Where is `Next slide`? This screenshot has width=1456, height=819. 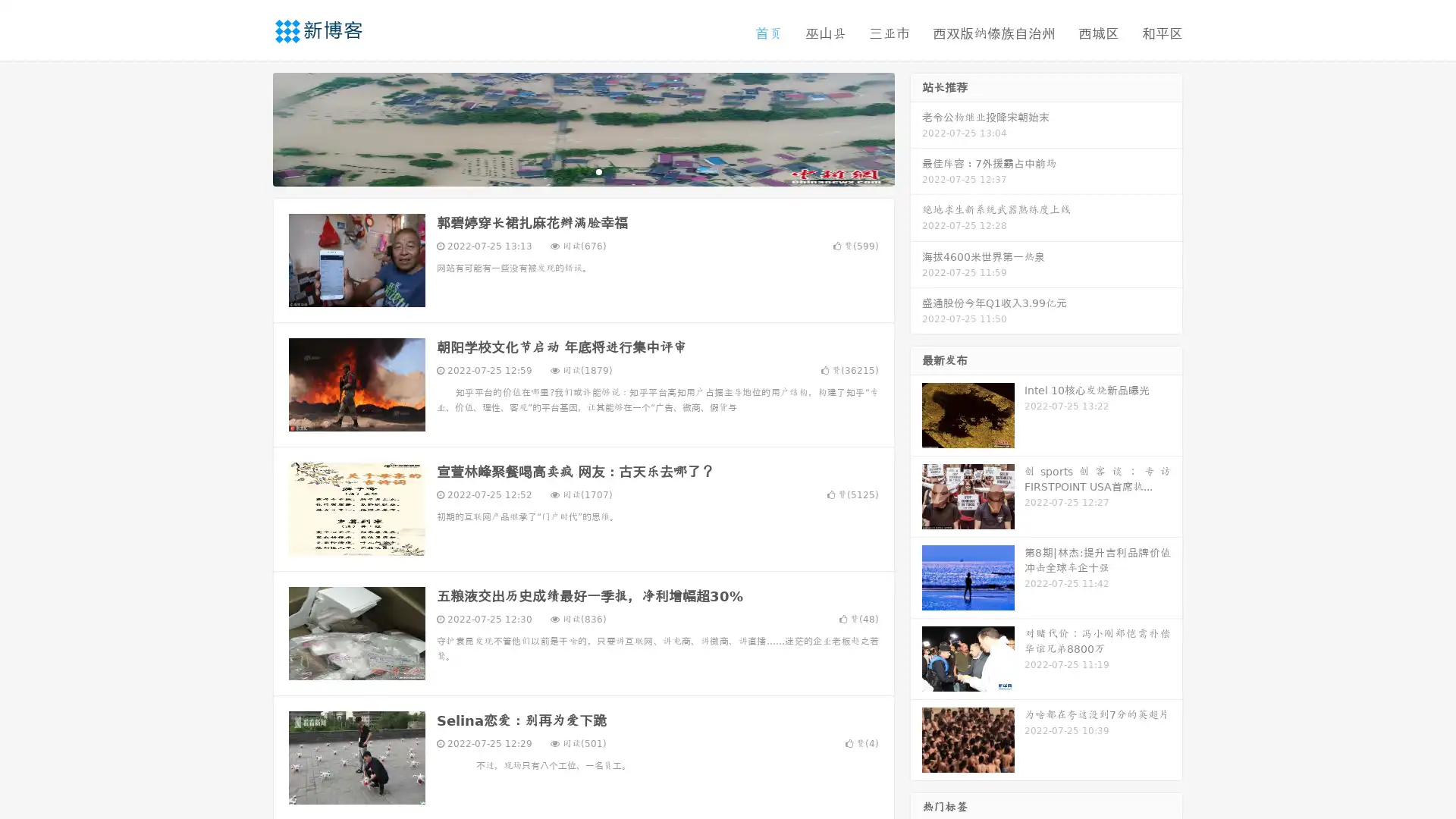
Next slide is located at coordinates (916, 127).